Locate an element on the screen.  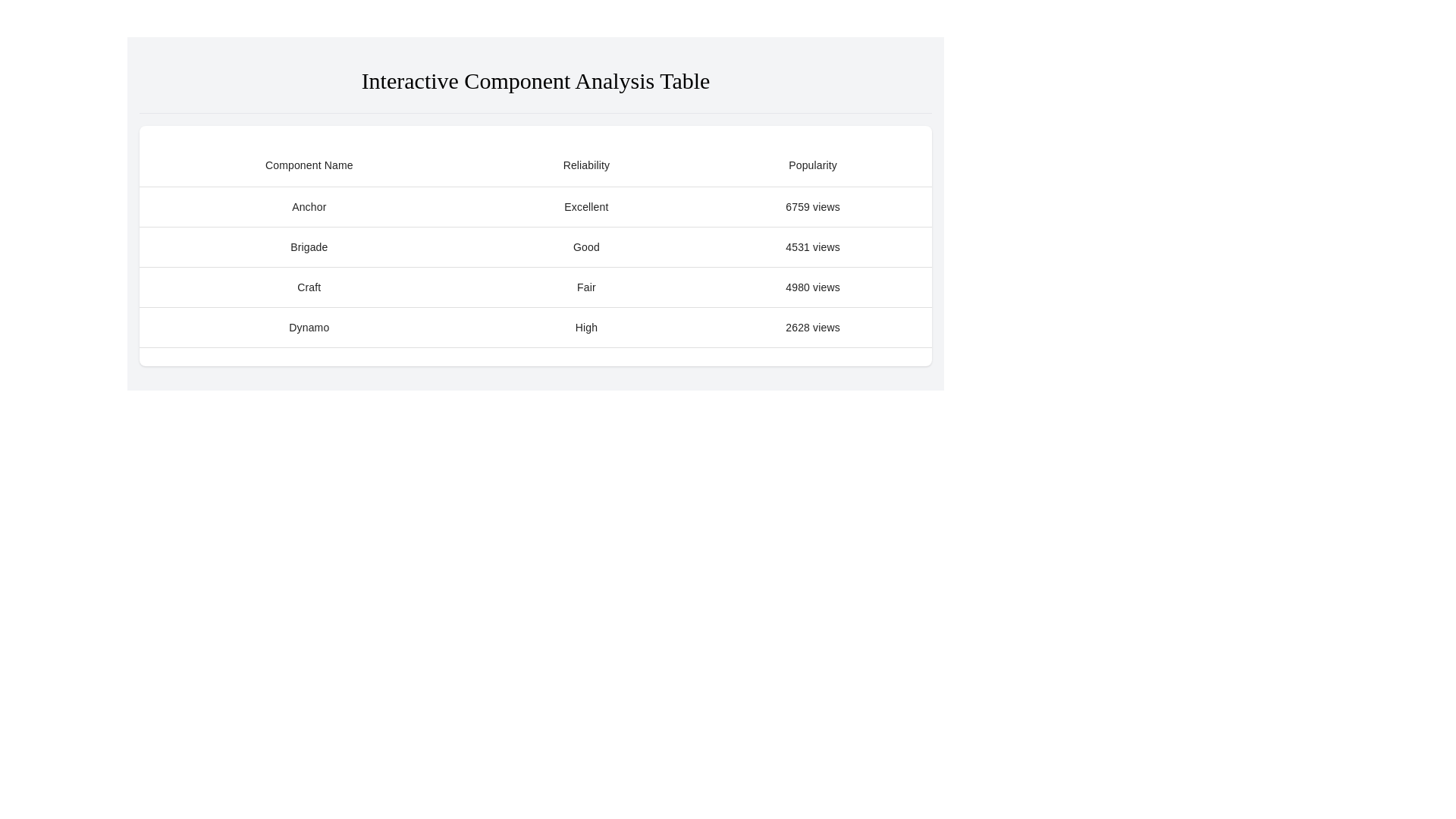
the table cell that displays the text 'Brigade' is located at coordinates (308, 246).